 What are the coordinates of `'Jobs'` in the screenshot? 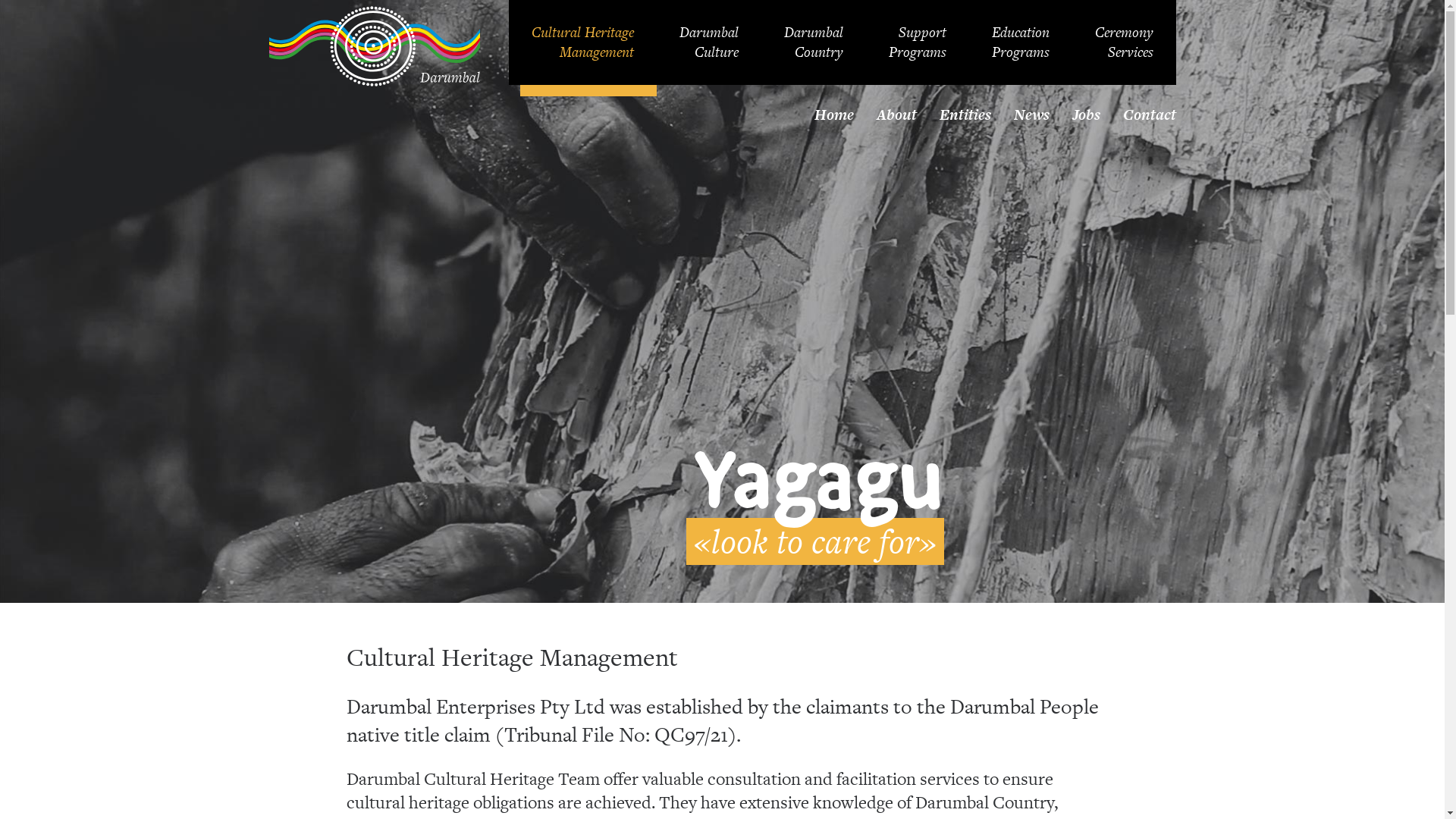 It's located at (1084, 114).